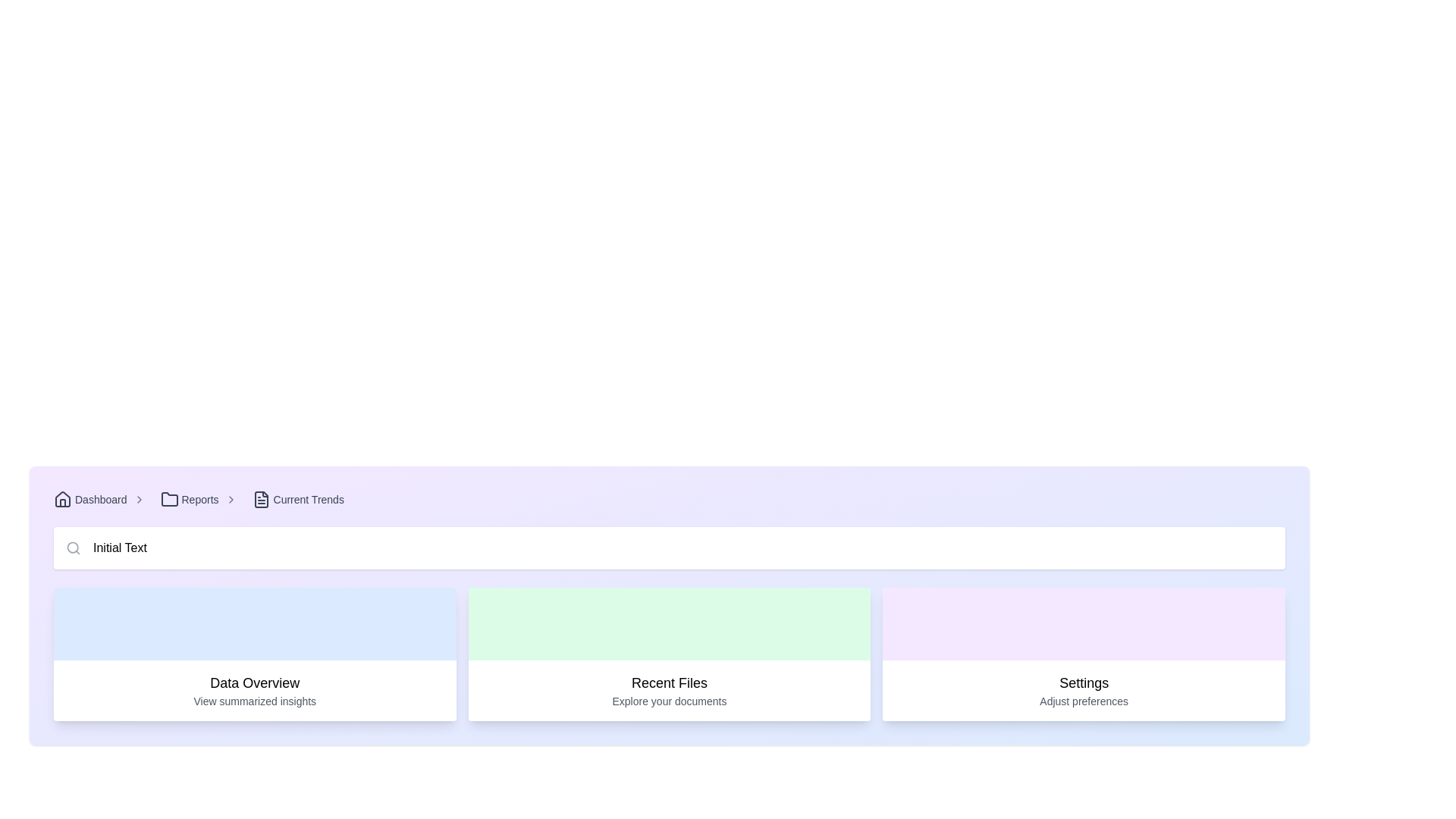 The image size is (1456, 819). I want to click on the magnifying glass icon to focus the related input field labeled 'Initial Text' within the white rectangular search bar, so click(72, 548).